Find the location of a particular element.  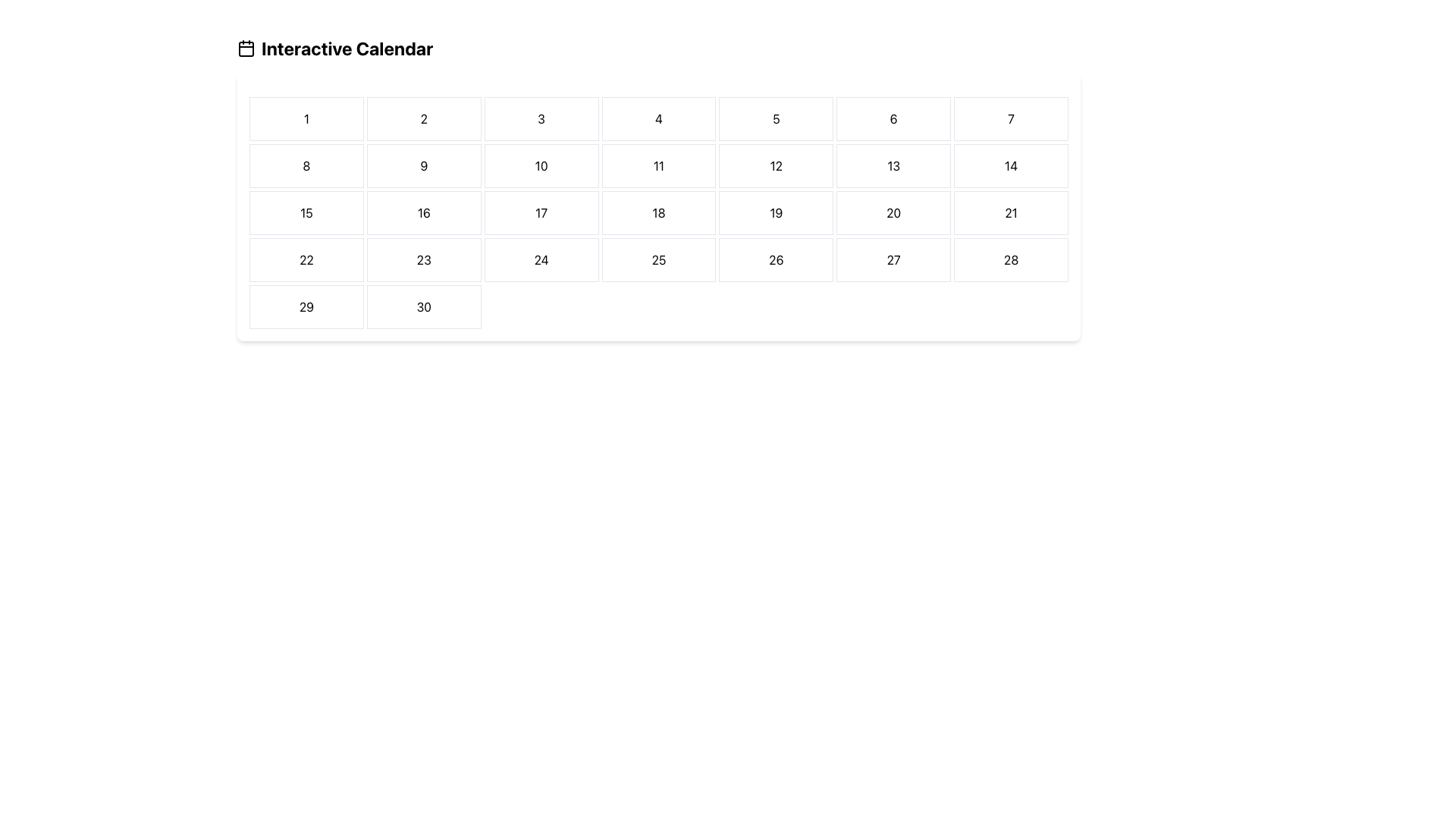

the second day cell in the calendar layout is located at coordinates (424, 118).